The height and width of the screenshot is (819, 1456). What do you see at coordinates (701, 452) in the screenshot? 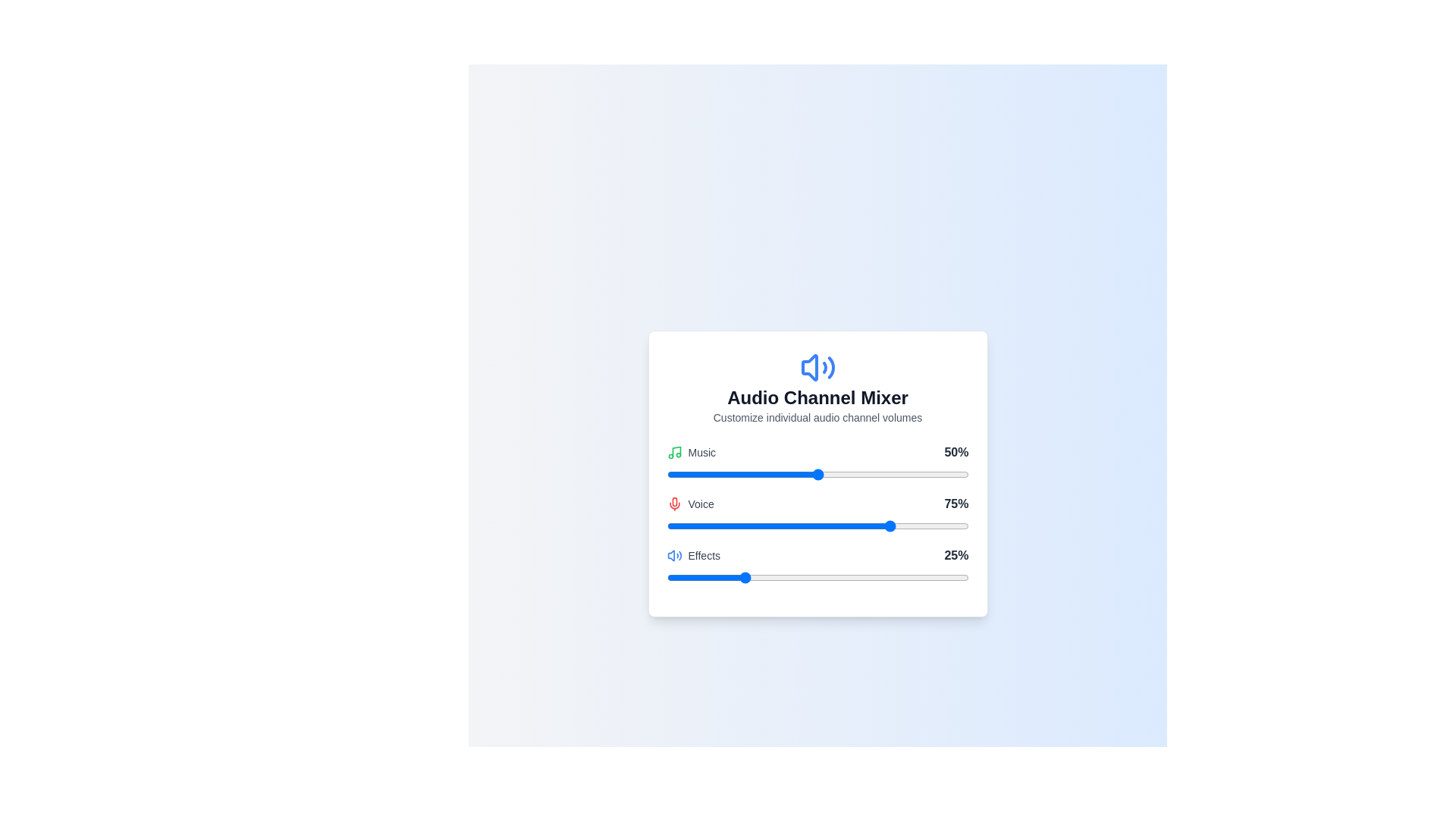
I see `the 'Music' text label, which is displayed in gray font and is part of the audio channel interface, located adjacent to a green music note icon` at bounding box center [701, 452].